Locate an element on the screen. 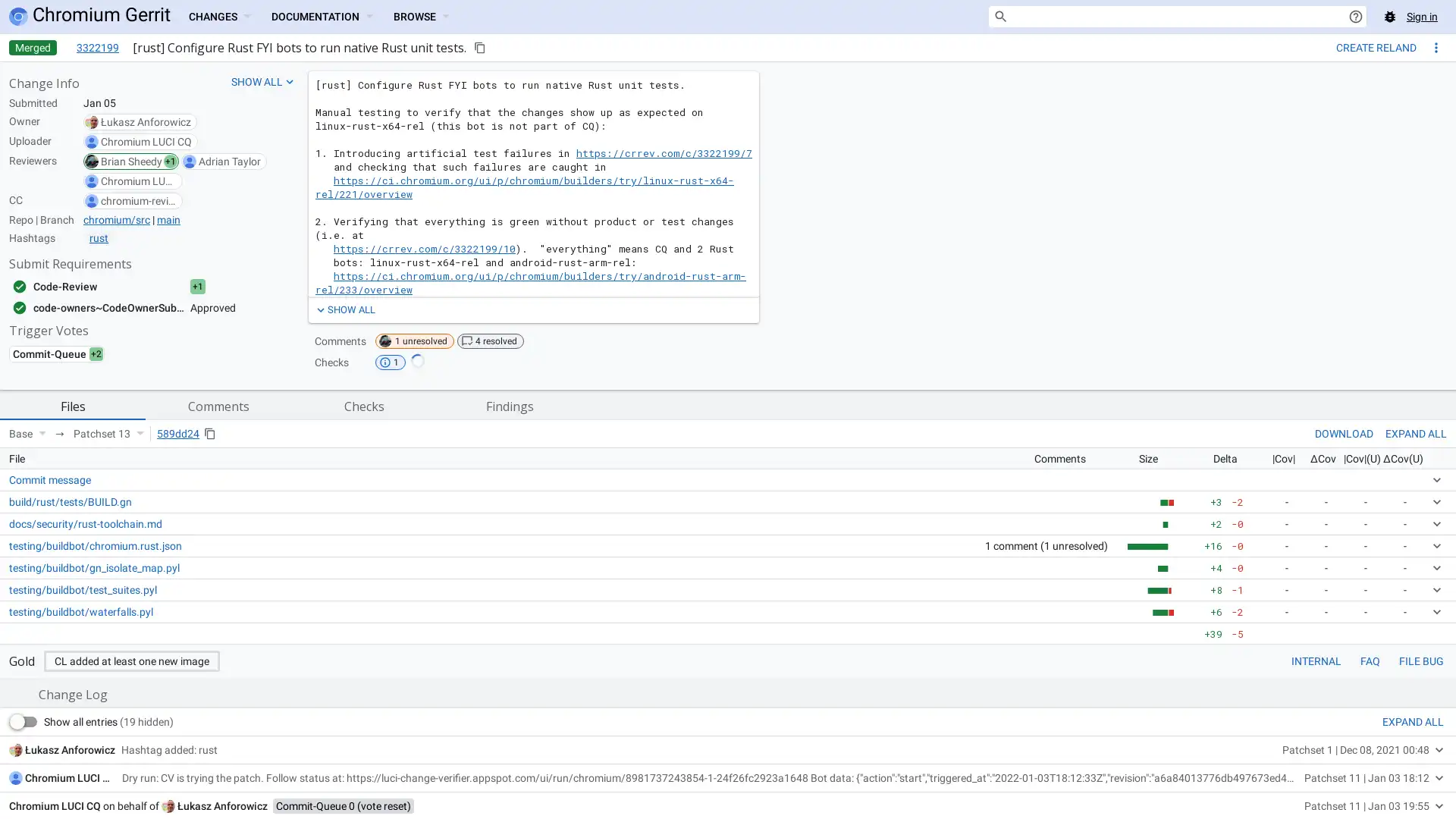  satisfied code-owners~CodeOwnerSub... Approved is located at coordinates (124, 307).